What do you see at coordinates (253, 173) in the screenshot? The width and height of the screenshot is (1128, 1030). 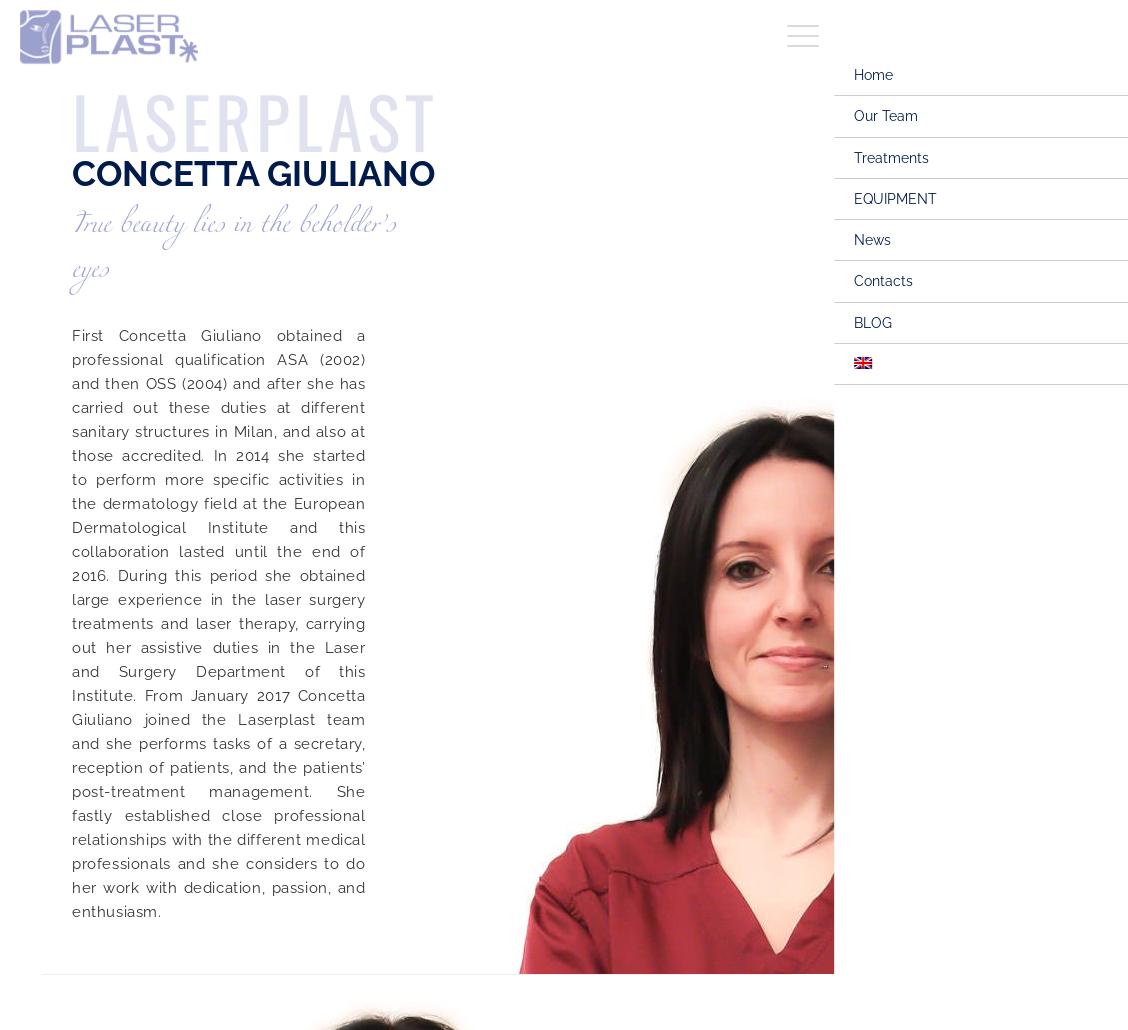 I see `'CONCETTA GIULIANO'` at bounding box center [253, 173].